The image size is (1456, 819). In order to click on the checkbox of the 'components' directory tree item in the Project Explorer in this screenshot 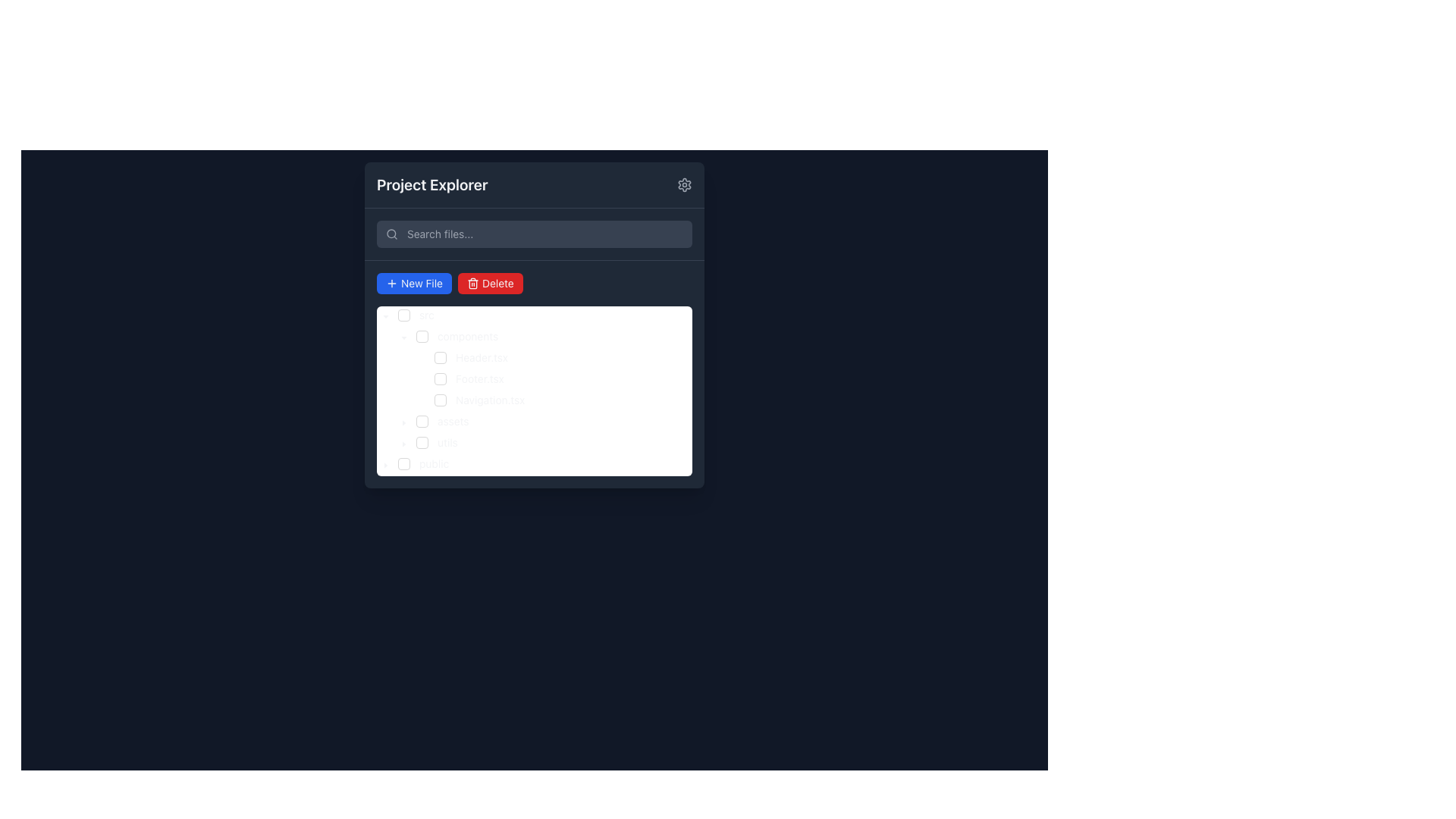, I will do `click(440, 335)`.